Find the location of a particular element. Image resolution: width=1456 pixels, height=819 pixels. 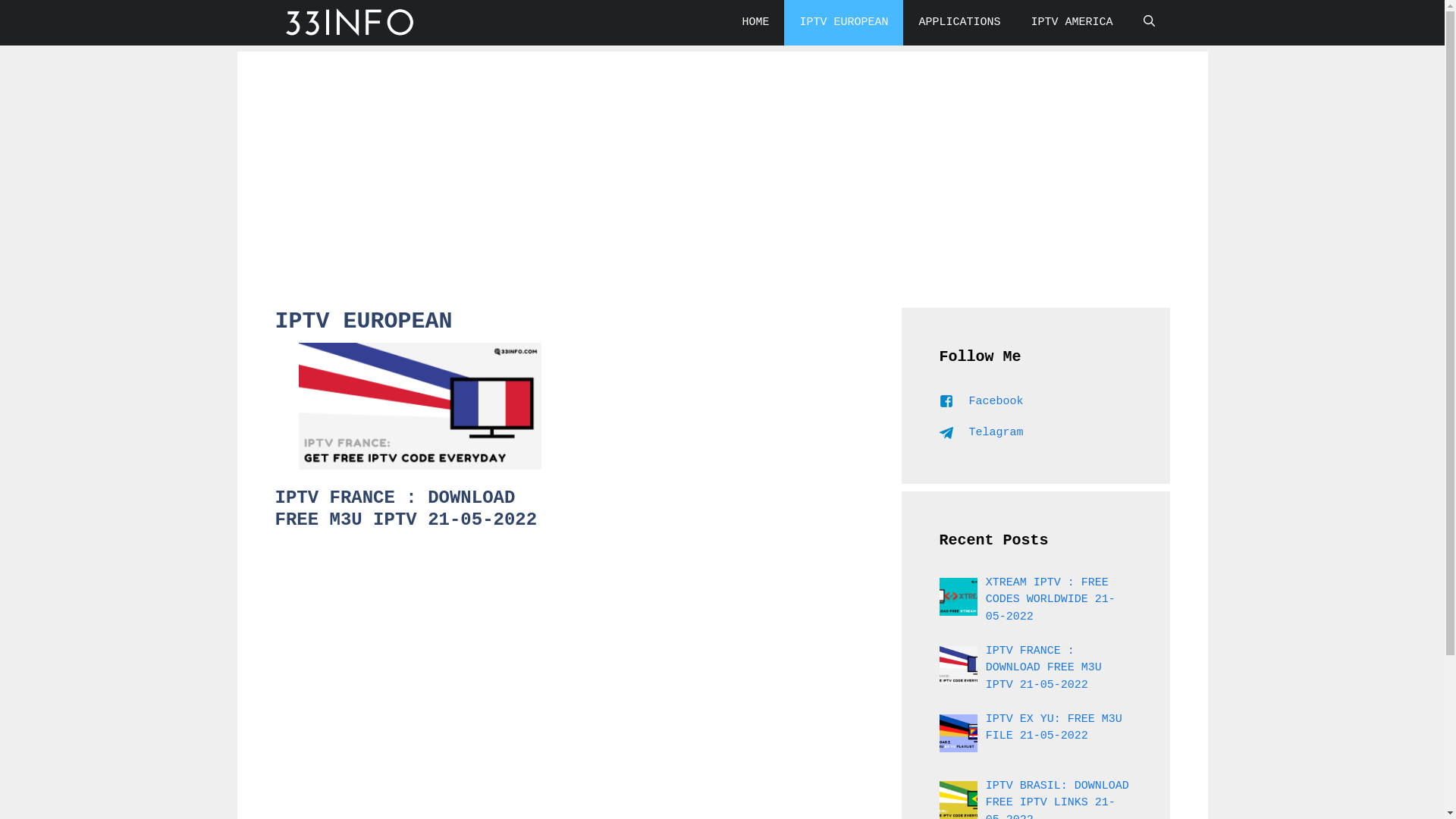

'HOME' is located at coordinates (755, 23).